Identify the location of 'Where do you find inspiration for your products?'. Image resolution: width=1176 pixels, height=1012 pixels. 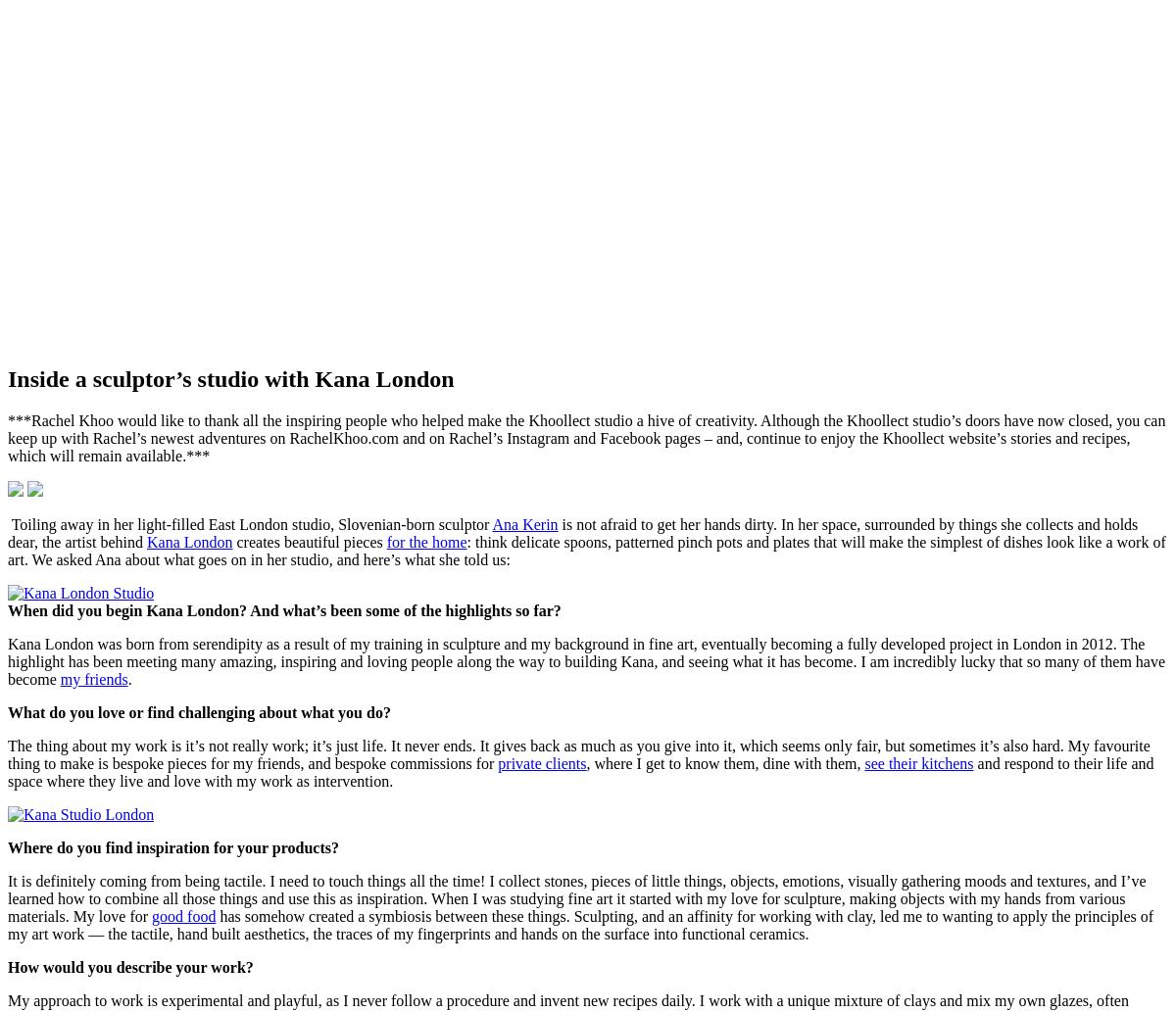
(171, 845).